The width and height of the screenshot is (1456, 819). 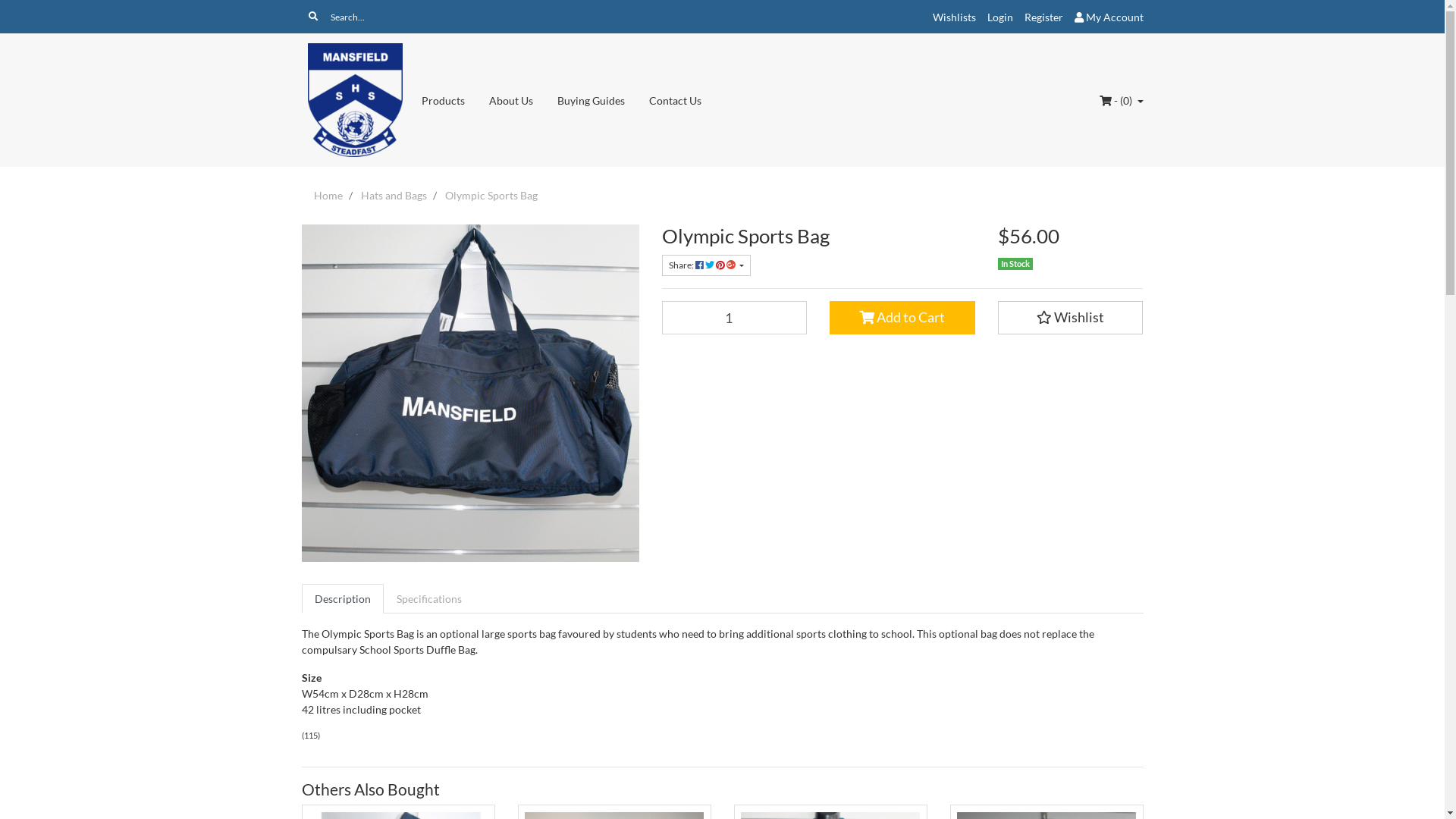 I want to click on 'Products', so click(x=409, y=100).